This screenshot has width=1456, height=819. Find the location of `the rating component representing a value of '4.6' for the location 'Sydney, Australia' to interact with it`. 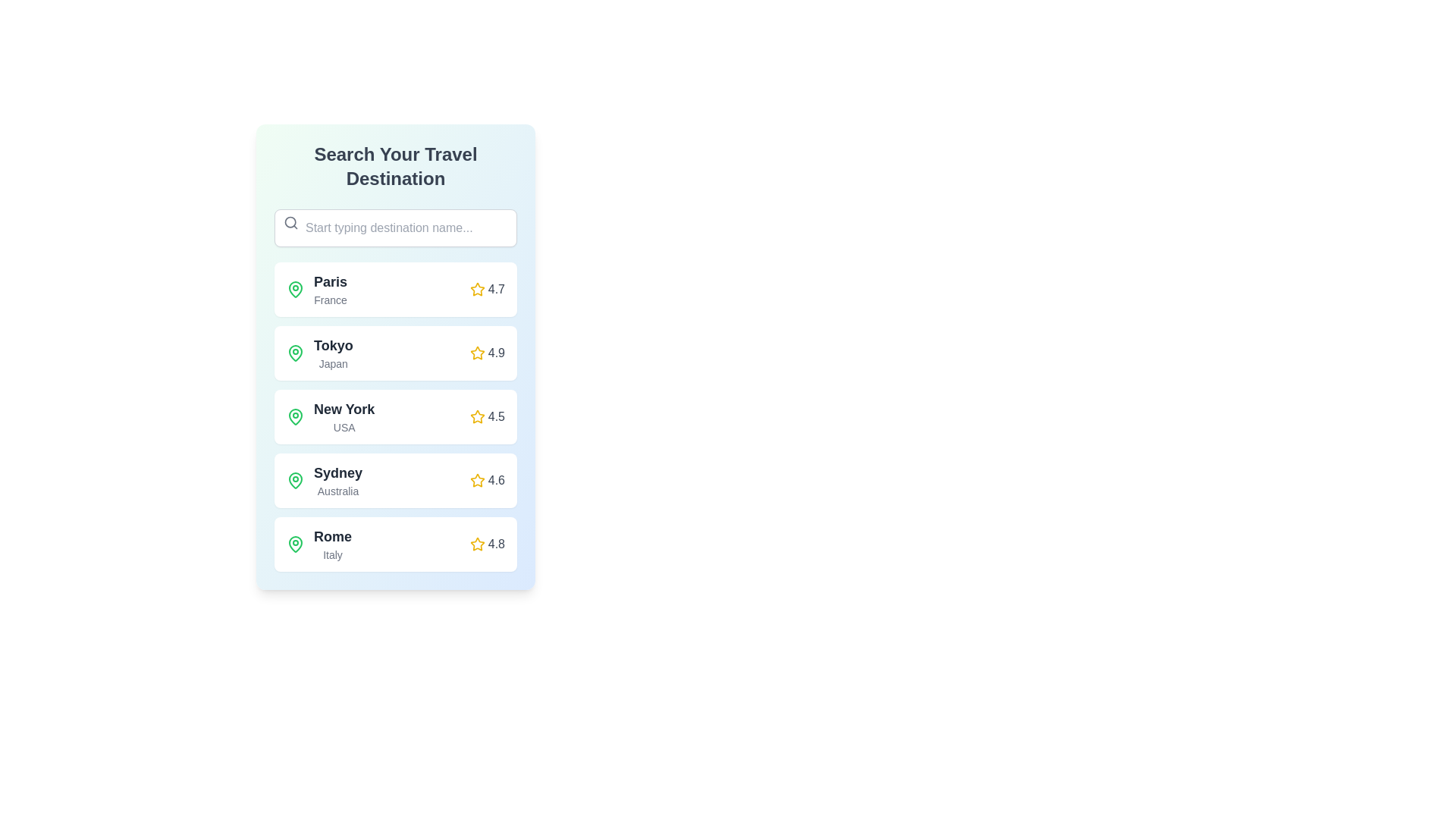

the rating component representing a value of '4.6' for the location 'Sydney, Australia' to interact with it is located at coordinates (487, 480).